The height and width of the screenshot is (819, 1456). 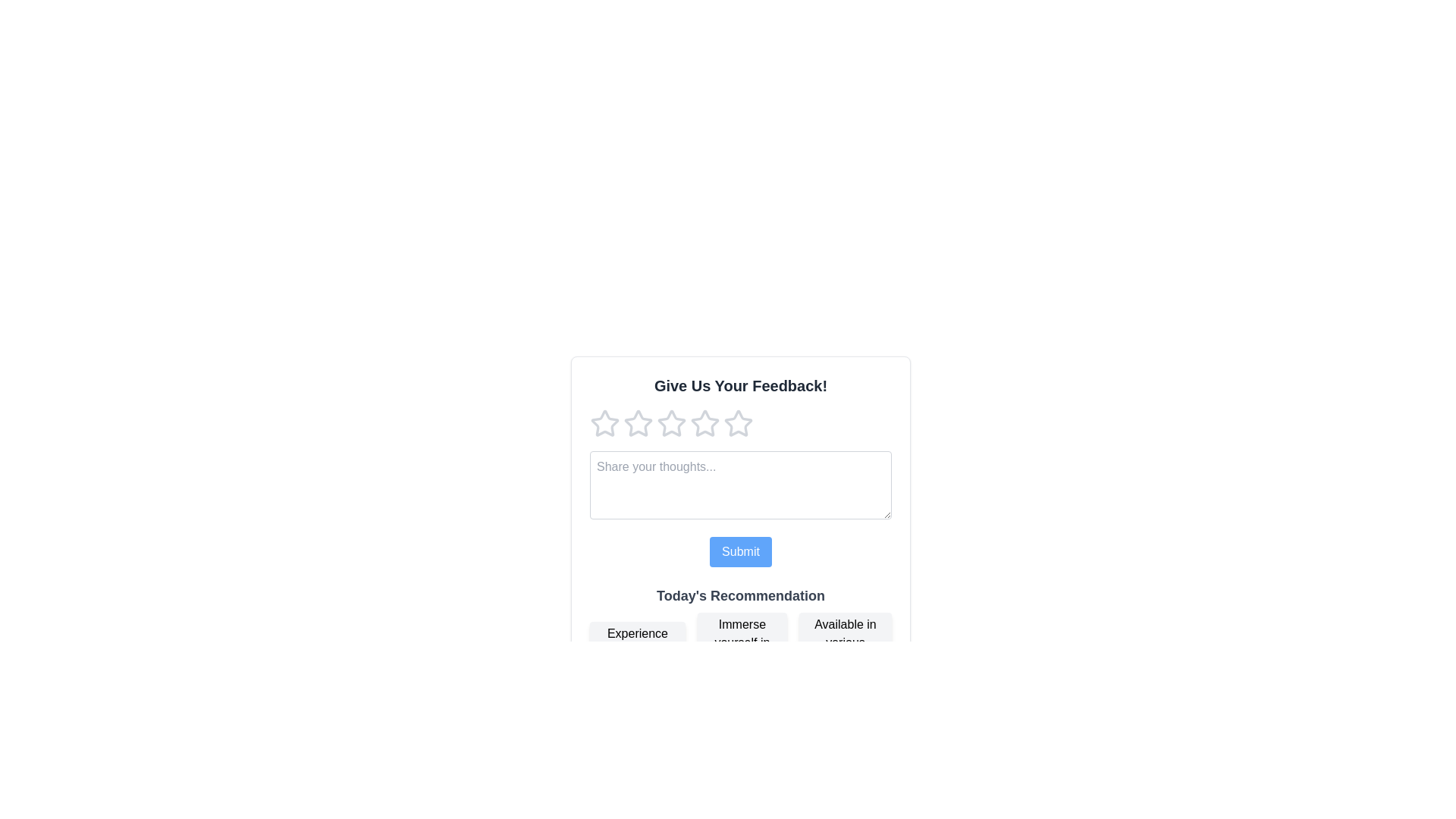 What do you see at coordinates (638, 424) in the screenshot?
I see `the third hollow star icon in the rating system under 'Give Us Your Feedback!'` at bounding box center [638, 424].